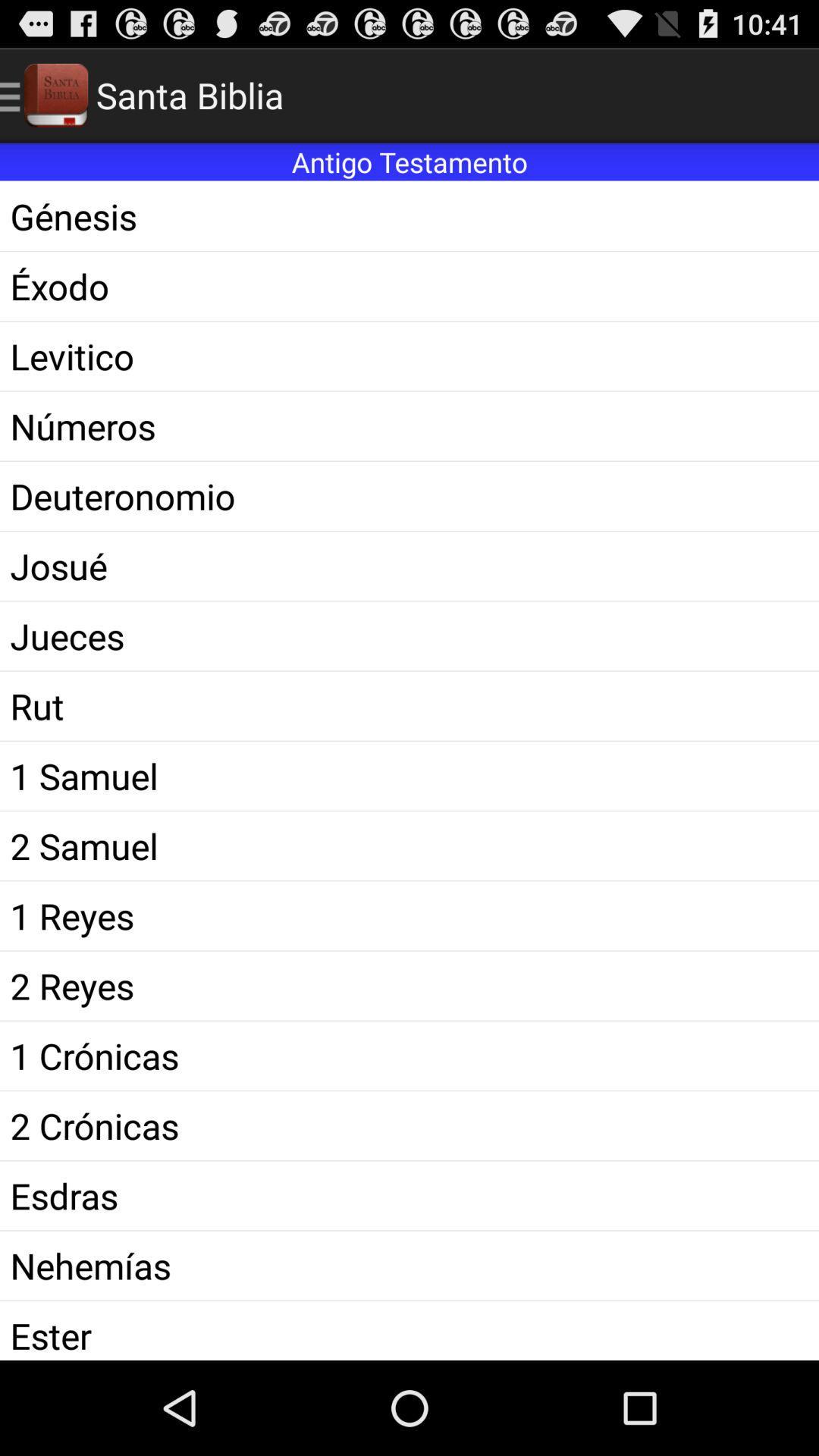  Describe the element at coordinates (409, 355) in the screenshot. I see `the levitico` at that location.